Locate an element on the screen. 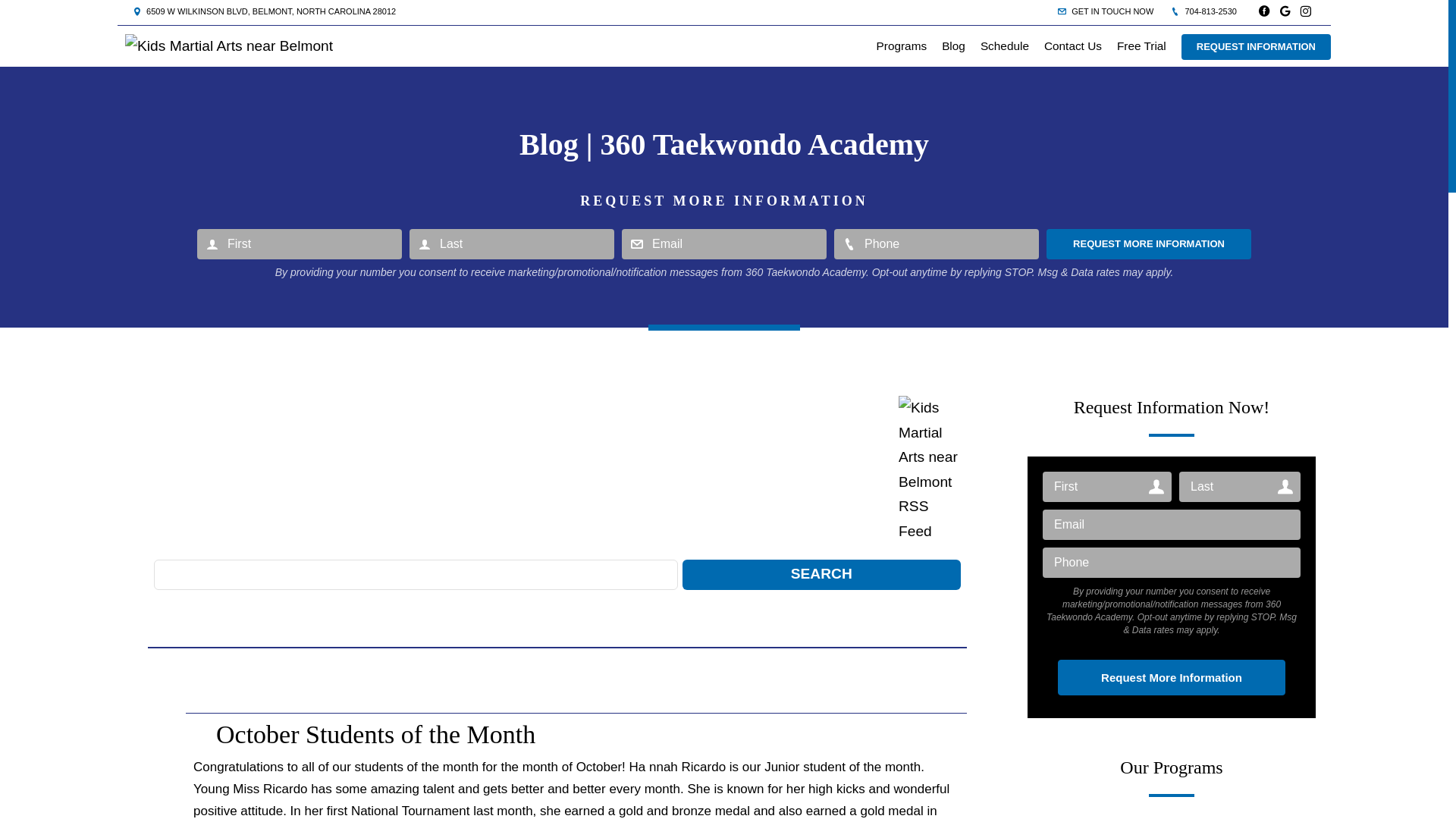  'October Students of the Month' is located at coordinates (375, 733).